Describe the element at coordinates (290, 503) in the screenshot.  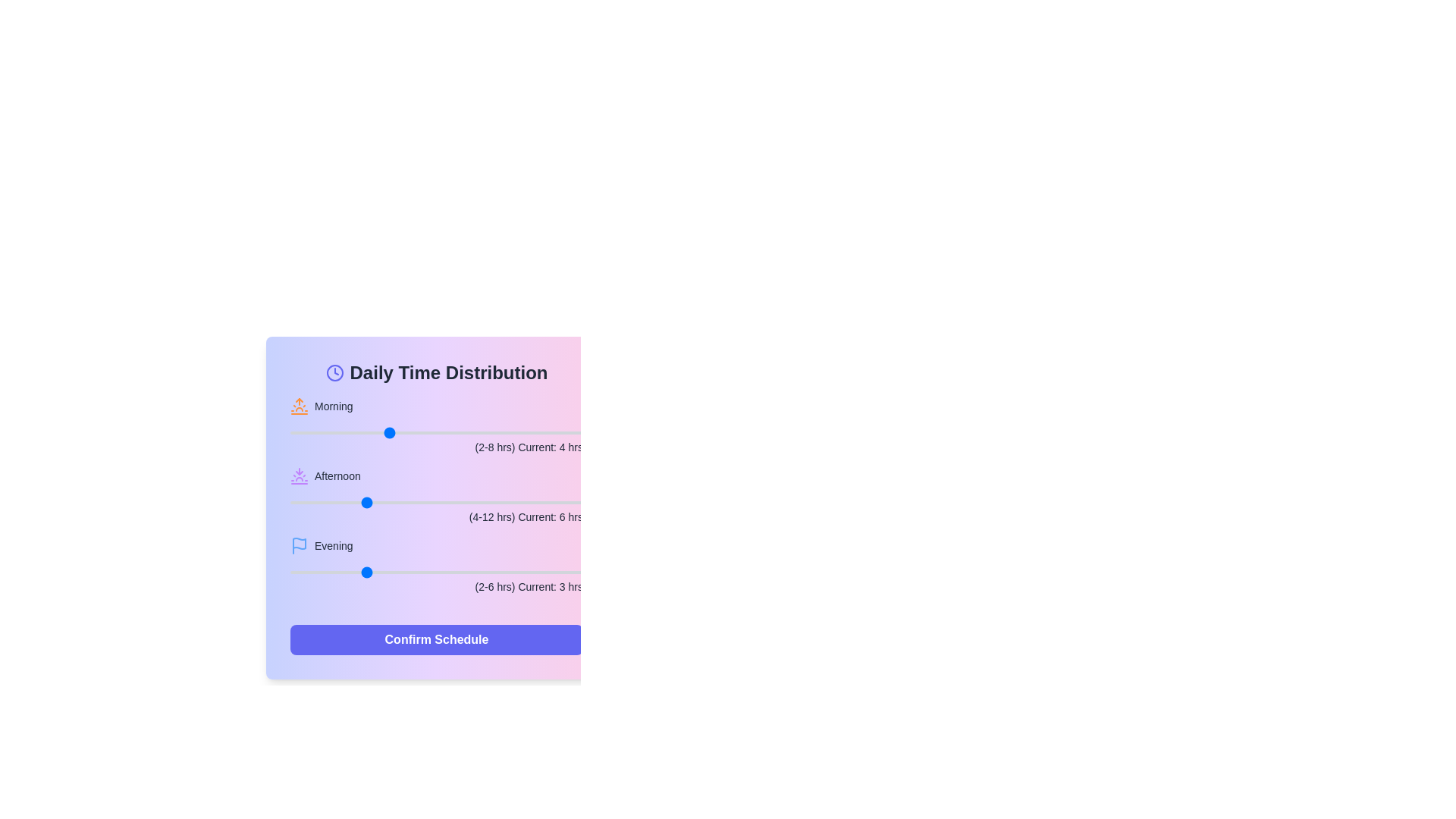
I see `the afternoon time allocation` at that location.